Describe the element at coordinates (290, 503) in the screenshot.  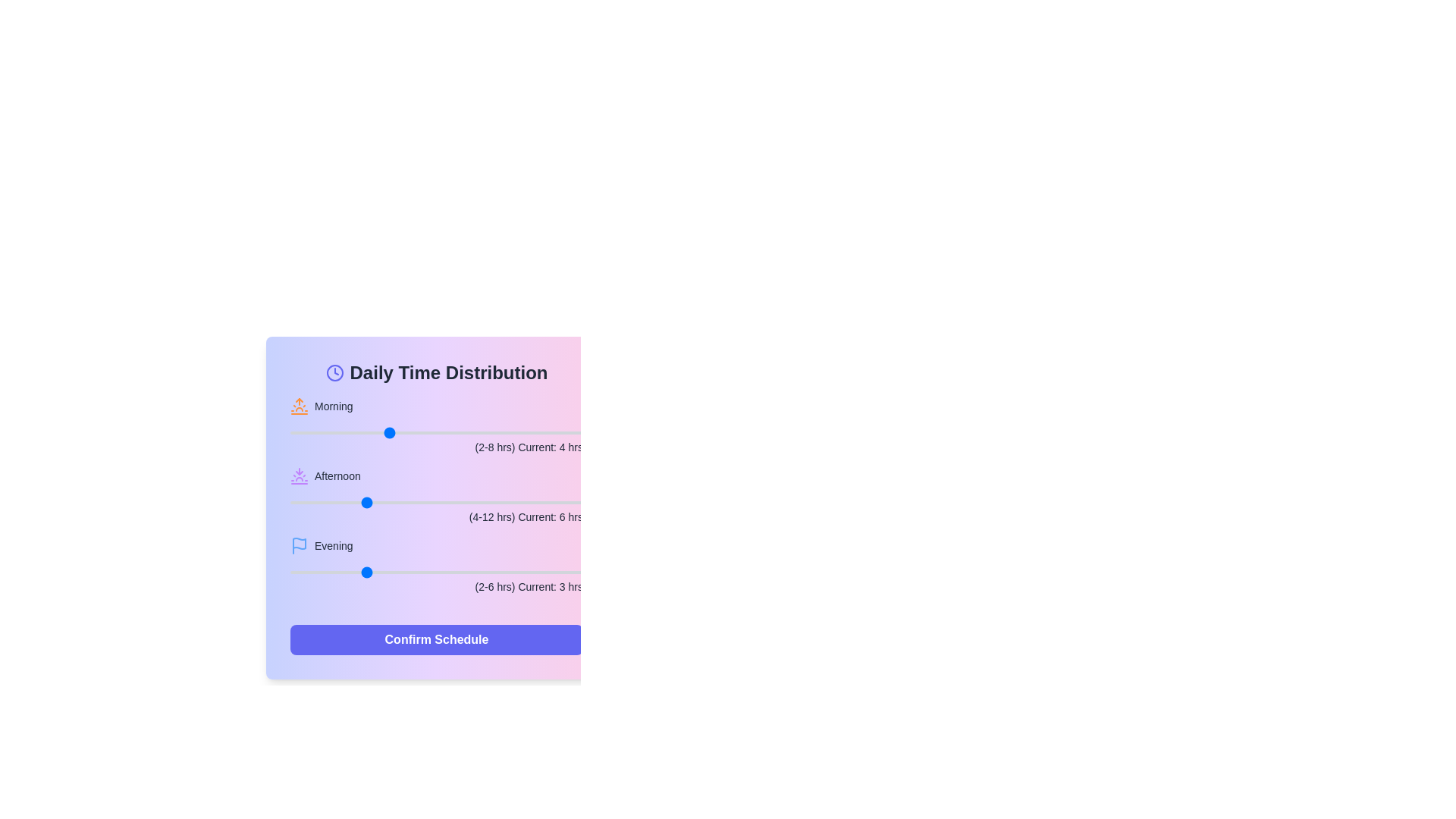
I see `the afternoon time allocation` at that location.